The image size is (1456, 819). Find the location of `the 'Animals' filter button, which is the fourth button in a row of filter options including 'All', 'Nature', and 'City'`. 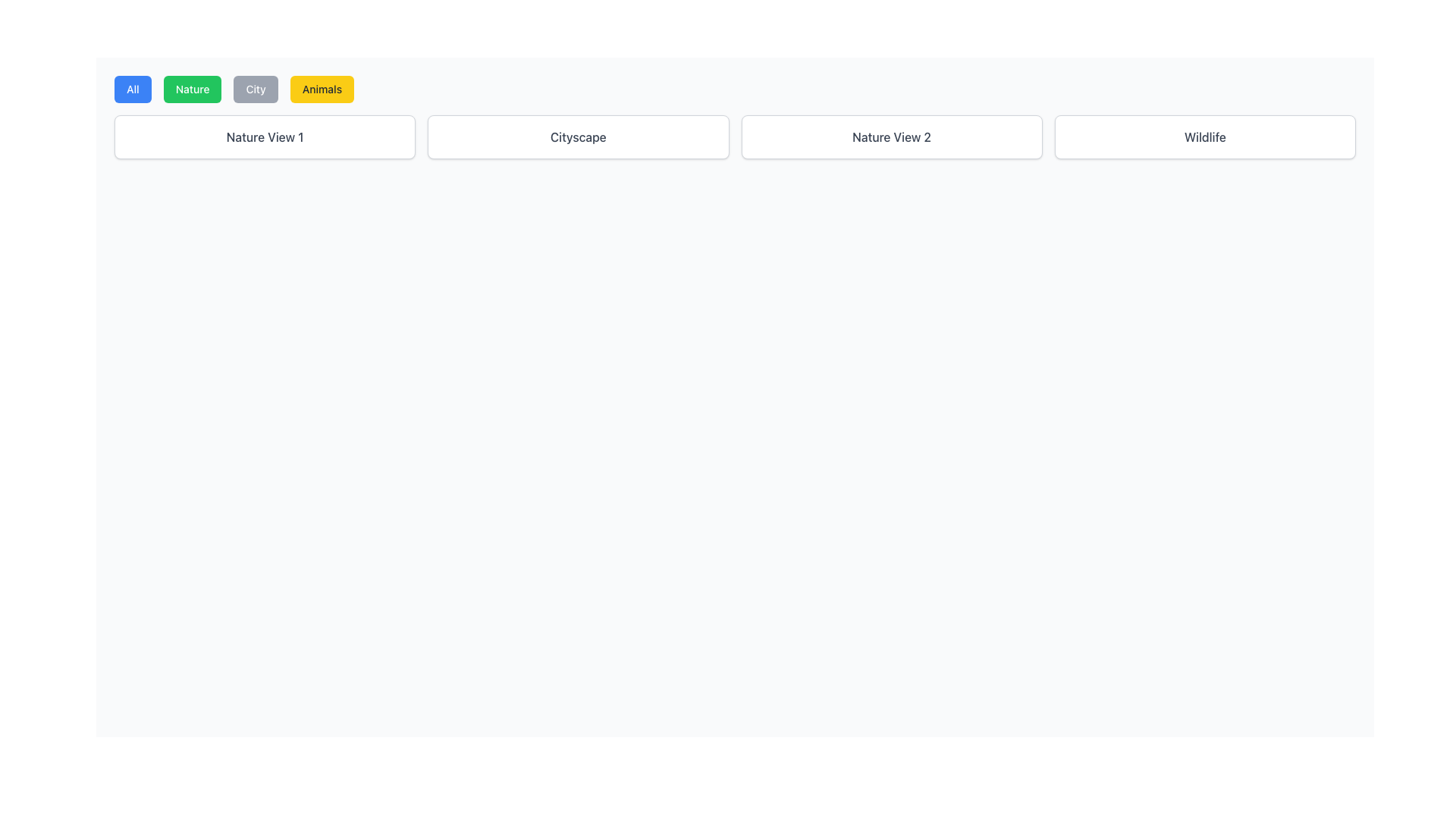

the 'Animals' filter button, which is the fourth button in a row of filter options including 'All', 'Nature', and 'City' is located at coordinates (321, 89).